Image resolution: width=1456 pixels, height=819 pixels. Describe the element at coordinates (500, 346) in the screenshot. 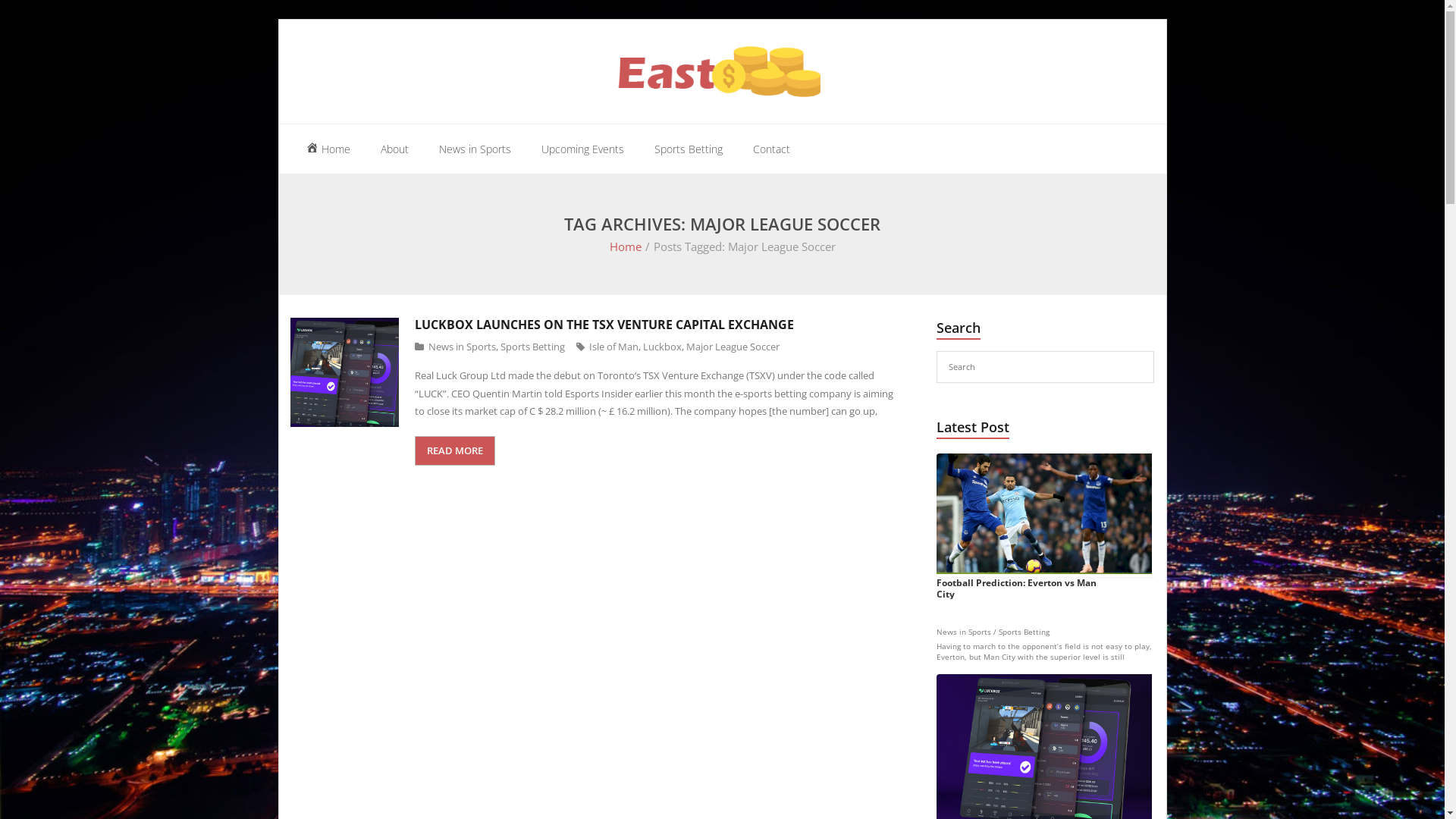

I see `'Sports Betting'` at that location.